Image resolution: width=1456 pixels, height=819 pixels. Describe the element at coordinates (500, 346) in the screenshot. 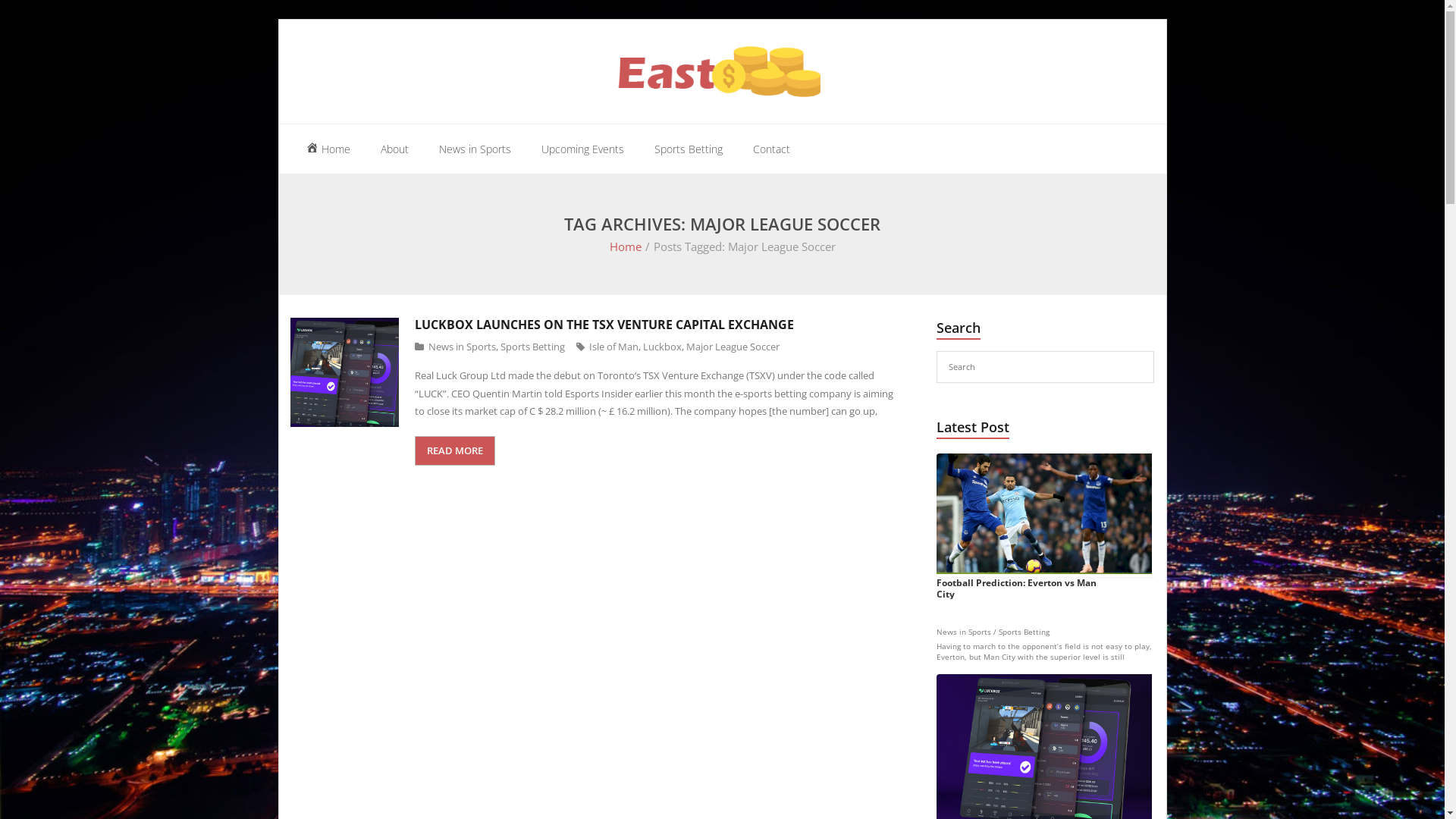

I see `'Sports Betting'` at that location.